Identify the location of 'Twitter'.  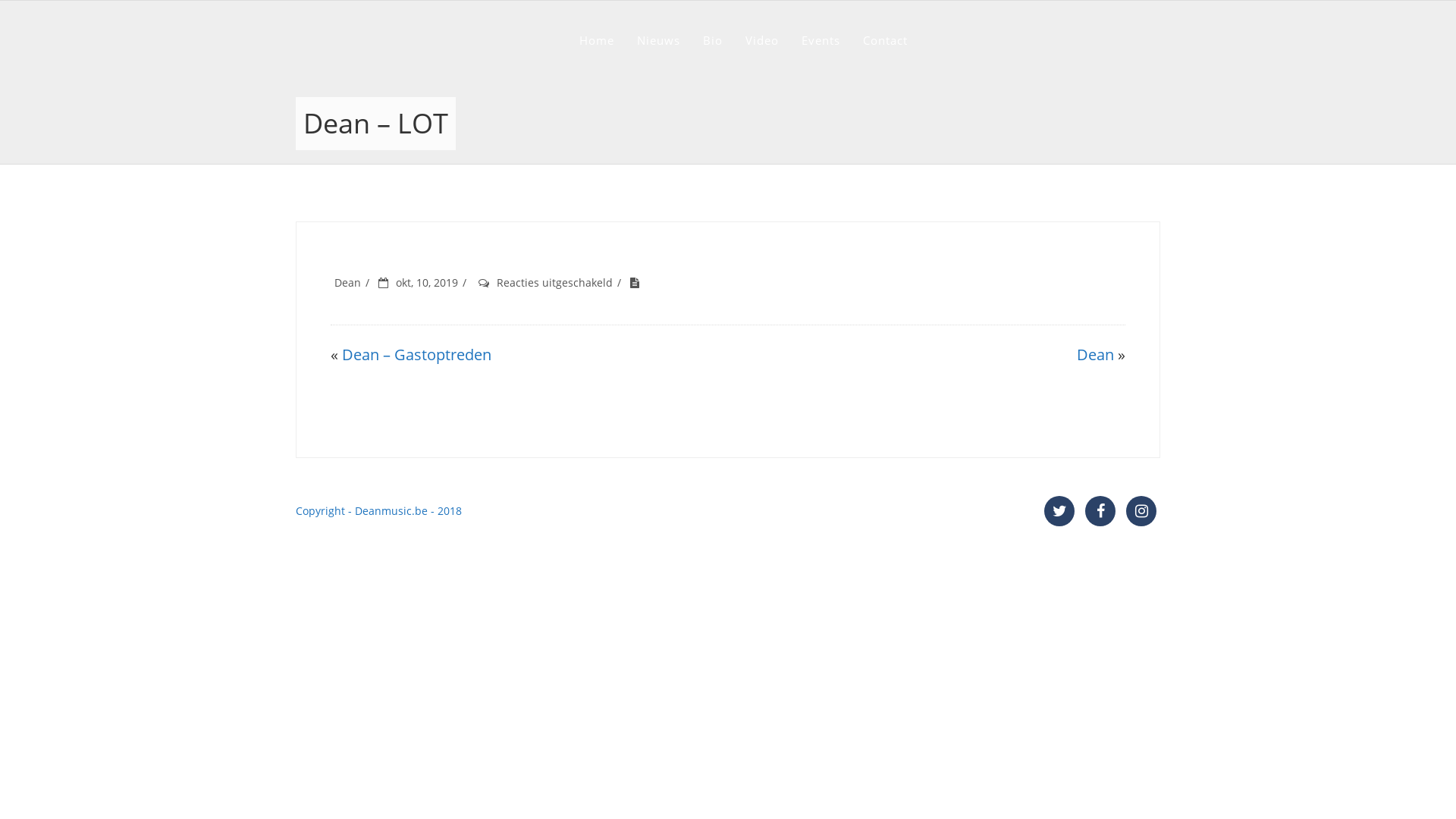
(1058, 511).